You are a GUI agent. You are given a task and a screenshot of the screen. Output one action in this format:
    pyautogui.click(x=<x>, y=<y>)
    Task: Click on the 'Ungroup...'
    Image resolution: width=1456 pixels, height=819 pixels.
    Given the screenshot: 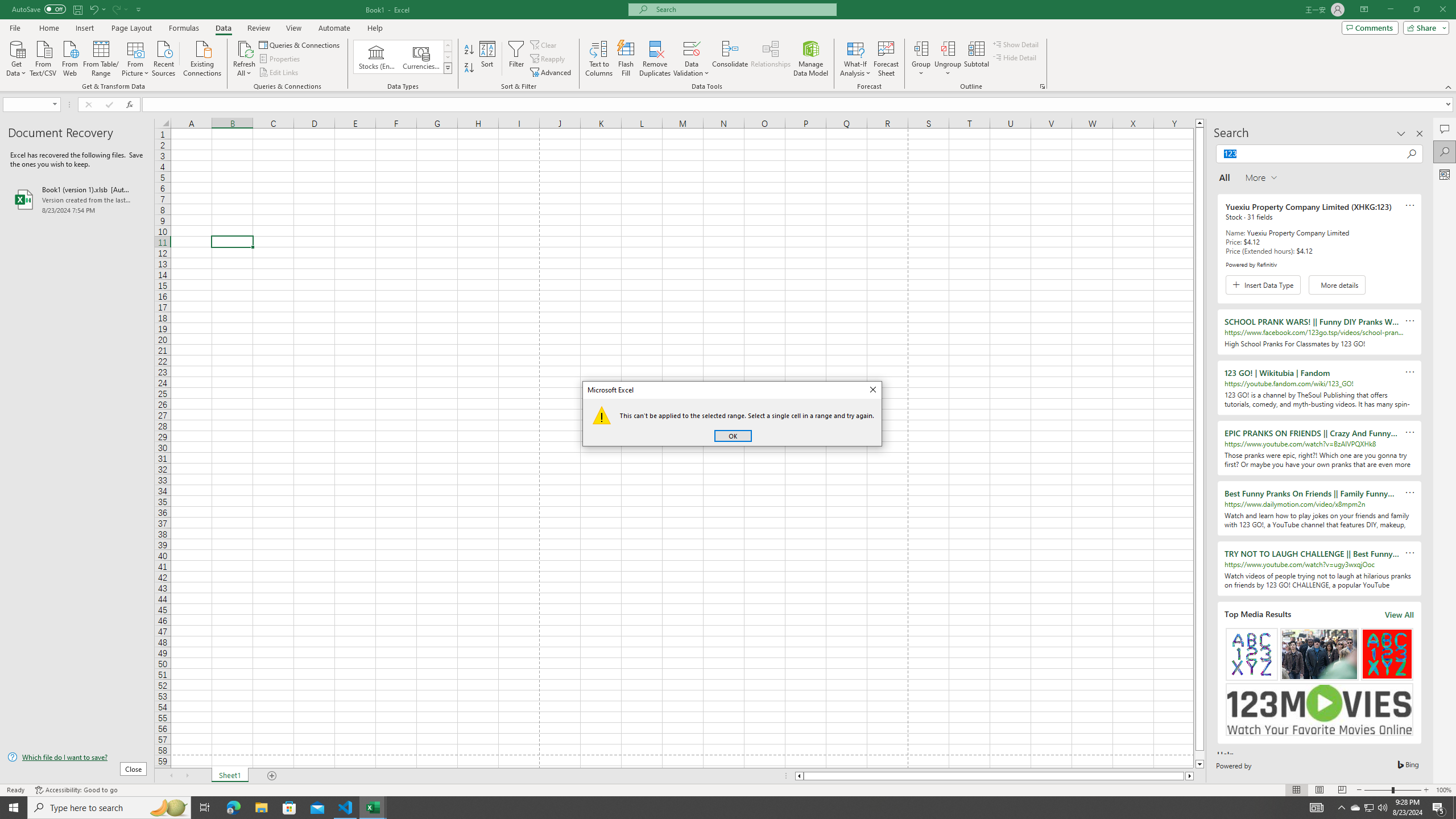 What is the action you would take?
    pyautogui.click(x=948, y=48)
    